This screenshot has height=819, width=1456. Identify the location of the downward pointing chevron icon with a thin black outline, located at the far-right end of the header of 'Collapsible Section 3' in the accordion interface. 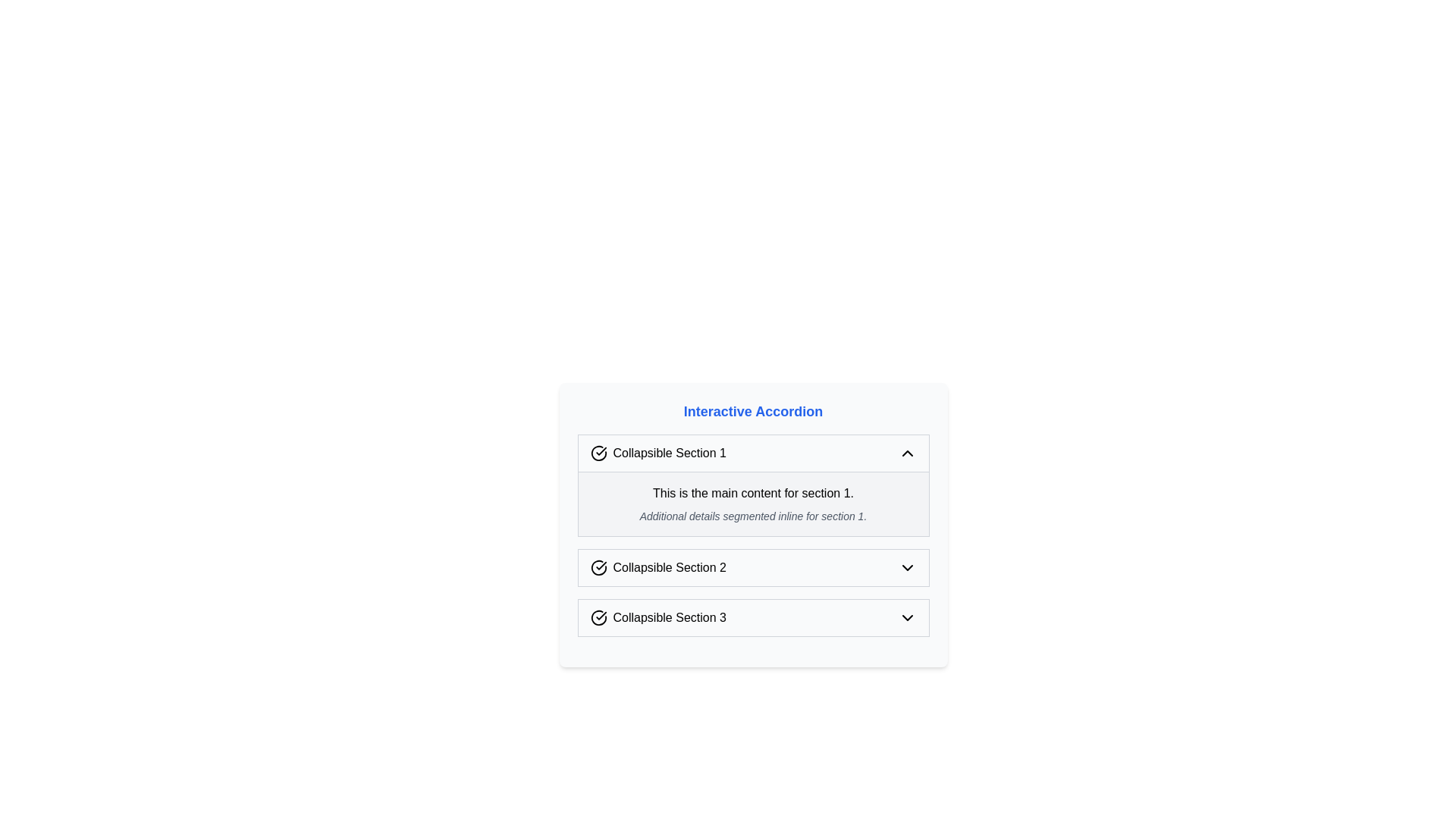
(907, 617).